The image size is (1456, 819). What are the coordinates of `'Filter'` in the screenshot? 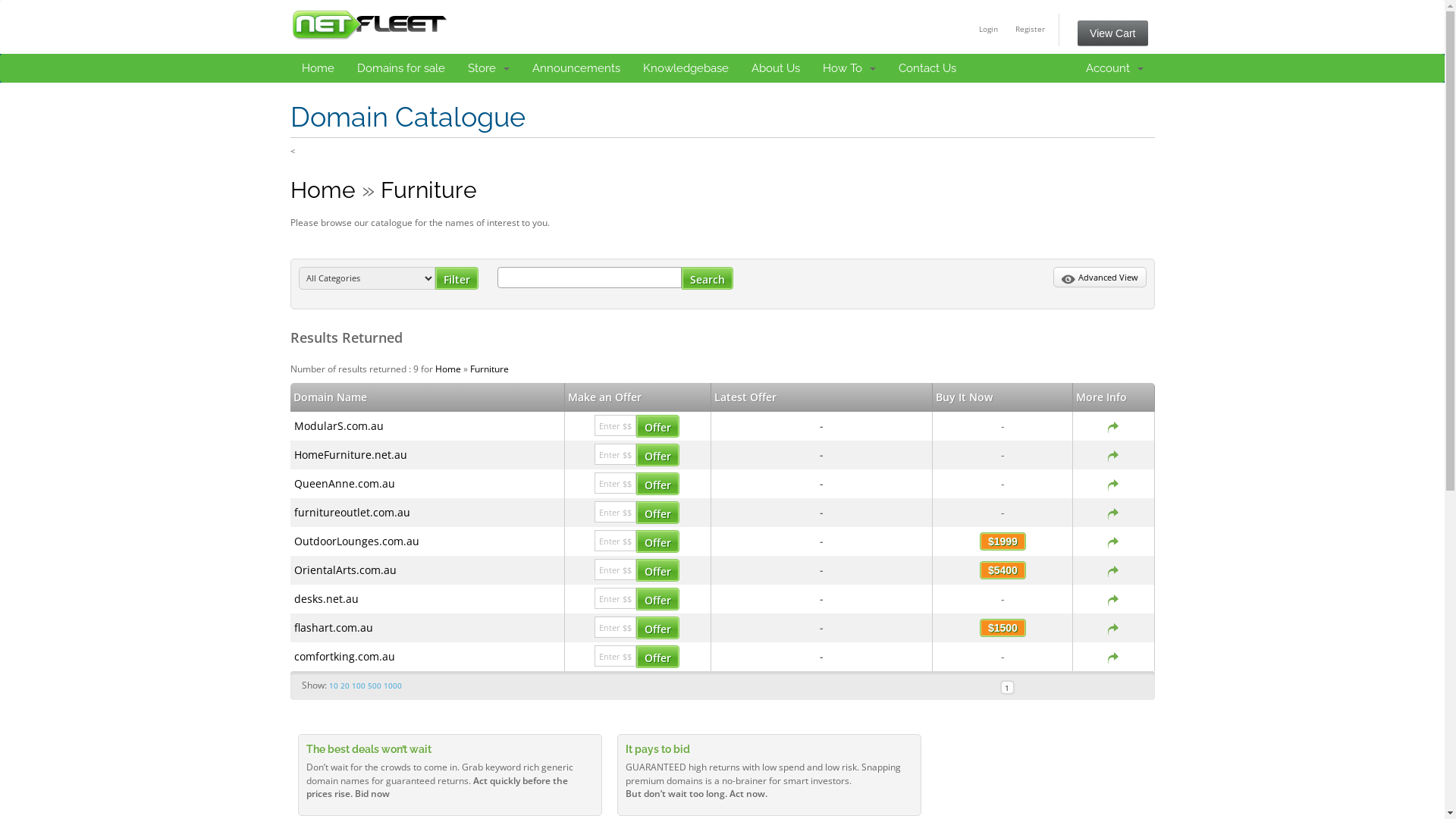 It's located at (456, 278).